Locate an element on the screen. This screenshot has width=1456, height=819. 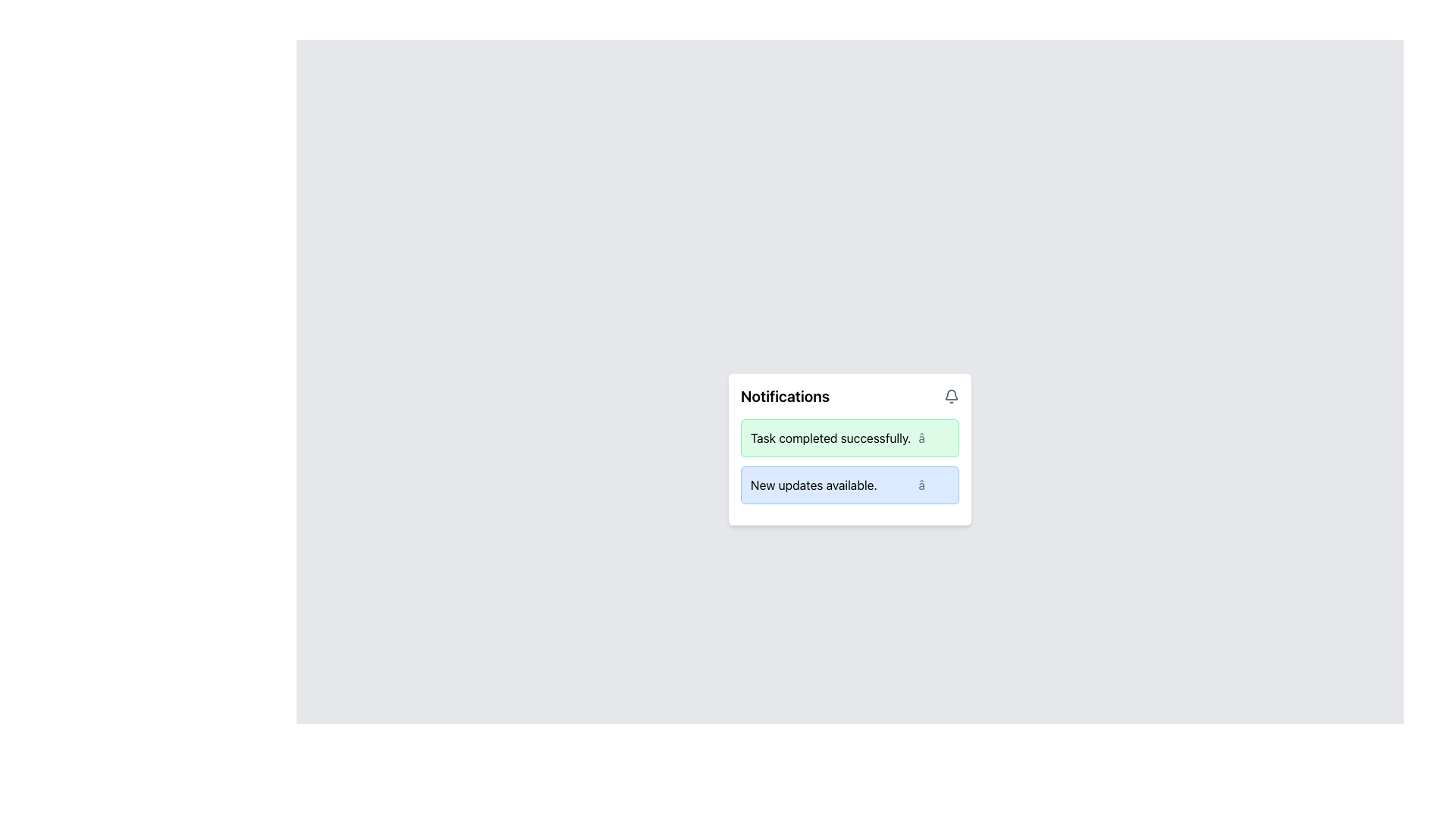
notification text displayed in the Notification box, which is located beneath the 'Notifications' header inside a white rounded rectangle card is located at coordinates (850, 461).